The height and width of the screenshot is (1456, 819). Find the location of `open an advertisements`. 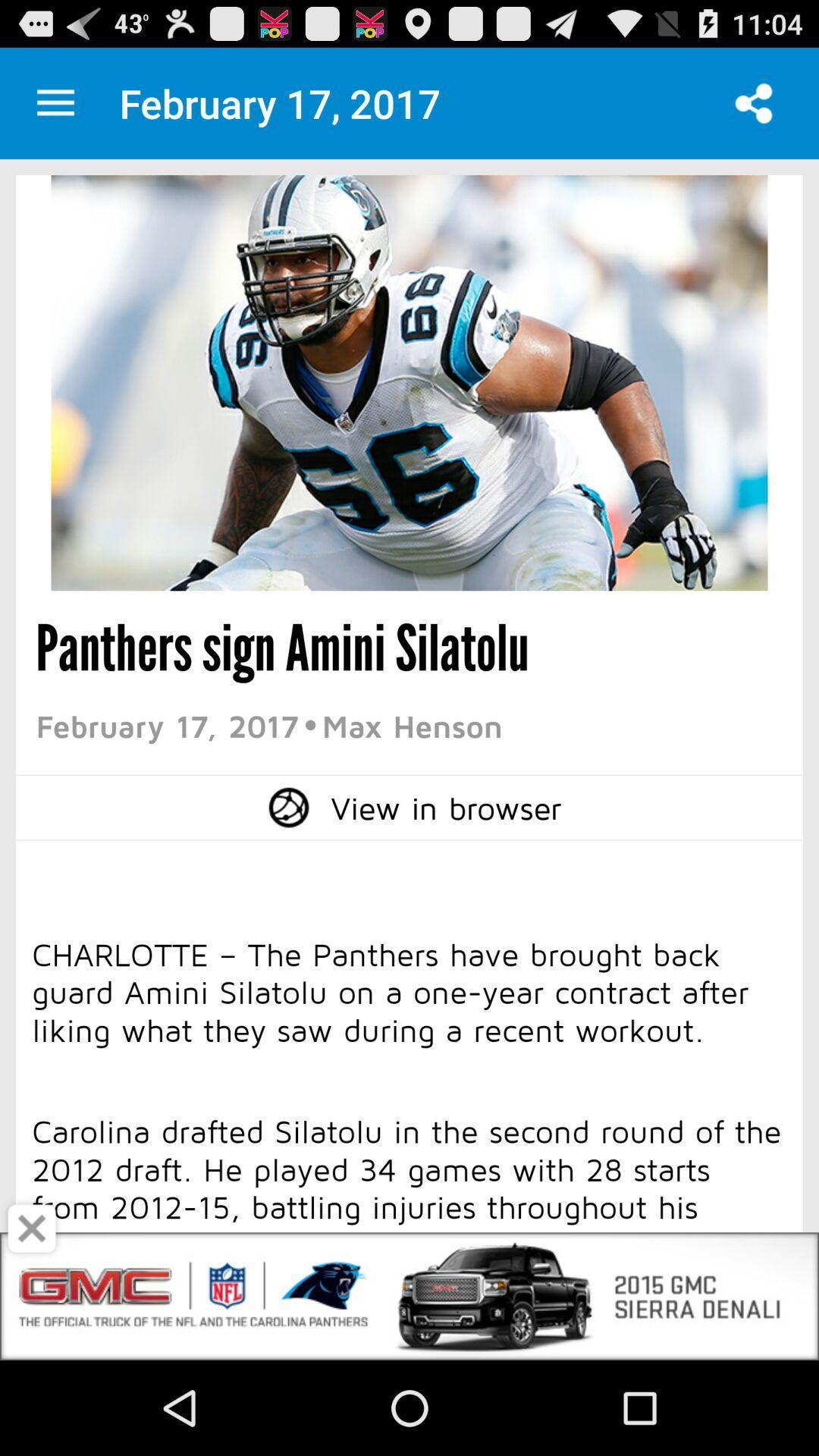

open an advertisements is located at coordinates (409, 1295).